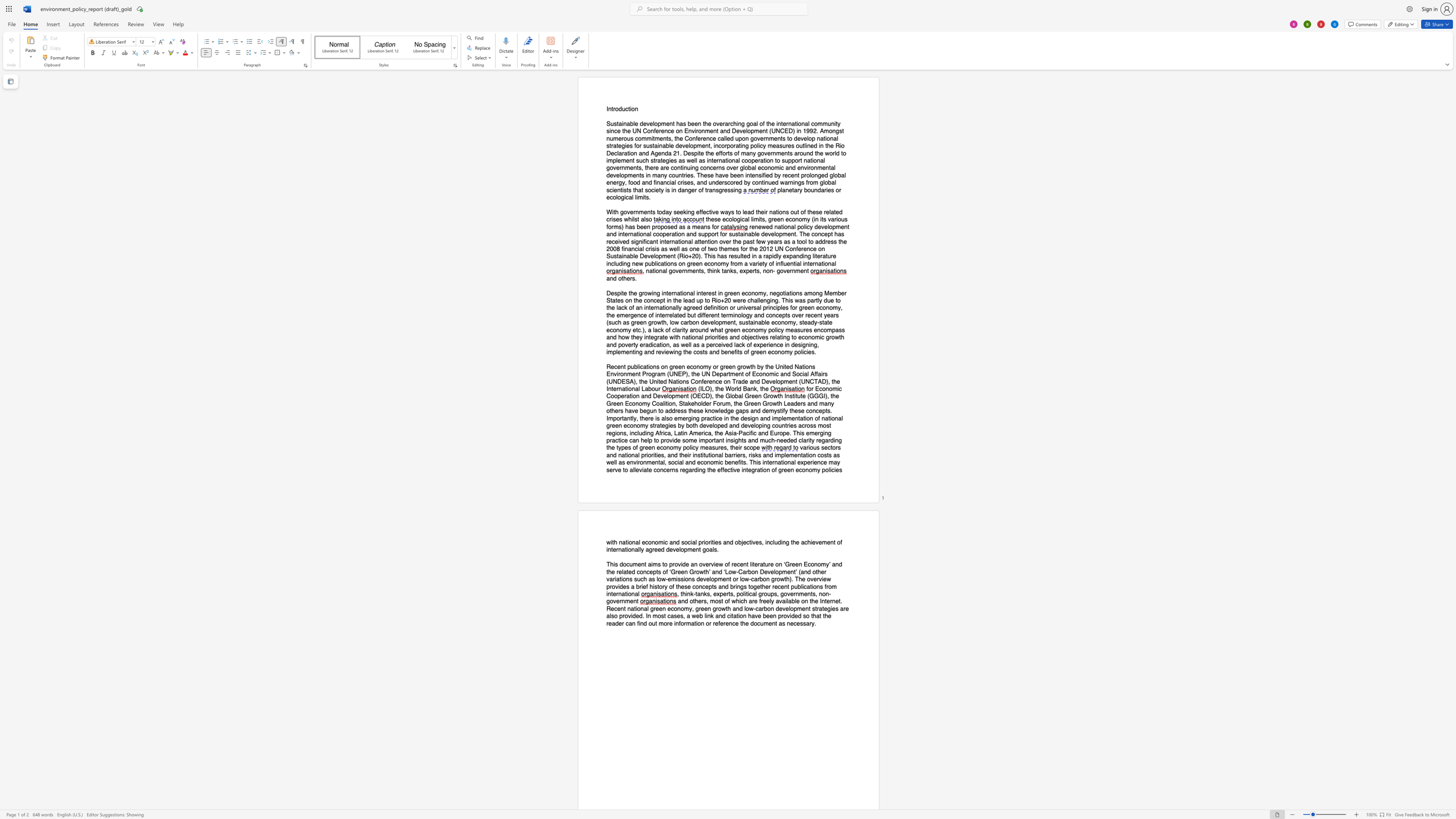  What do you see at coordinates (729, 593) in the screenshot?
I see `the 3th character "t" in the text` at bounding box center [729, 593].